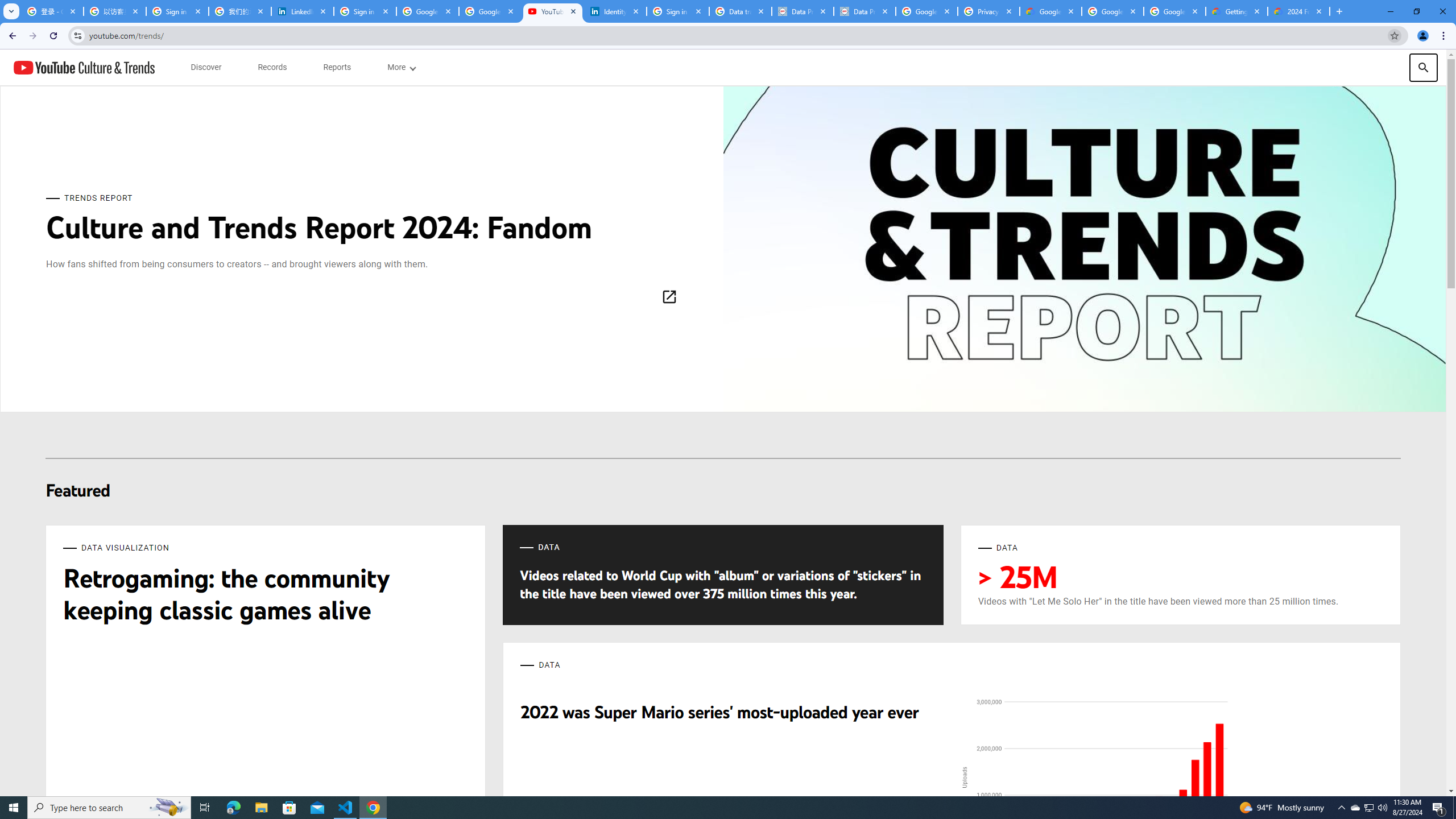  I want to click on 'subnav-More menupopup', so click(401, 67).